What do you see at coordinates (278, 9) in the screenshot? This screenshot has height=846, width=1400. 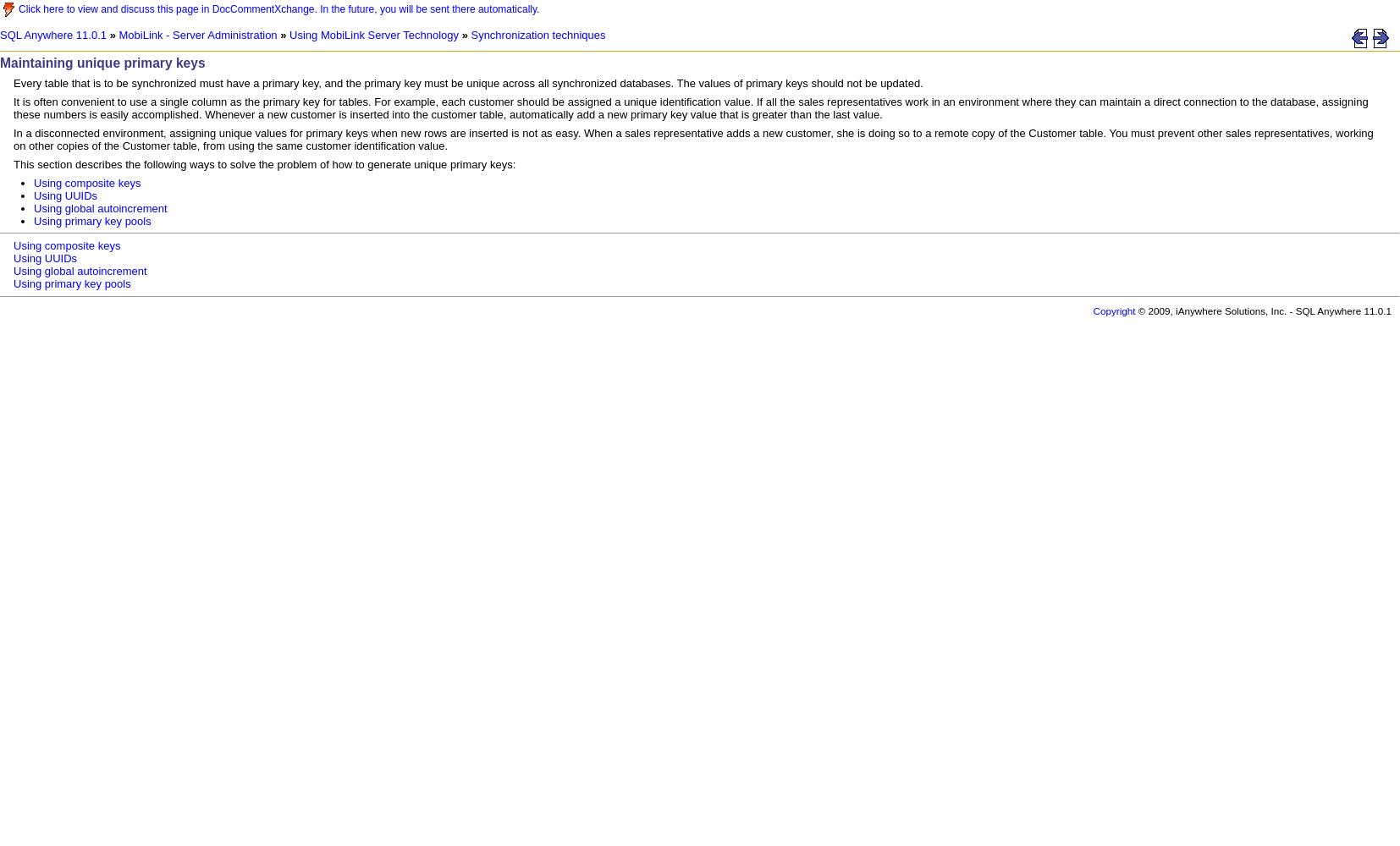 I see `'Click here to view and discuss this page in DocCommentXchange. In the future, you will be sent there automatically.'` at bounding box center [278, 9].